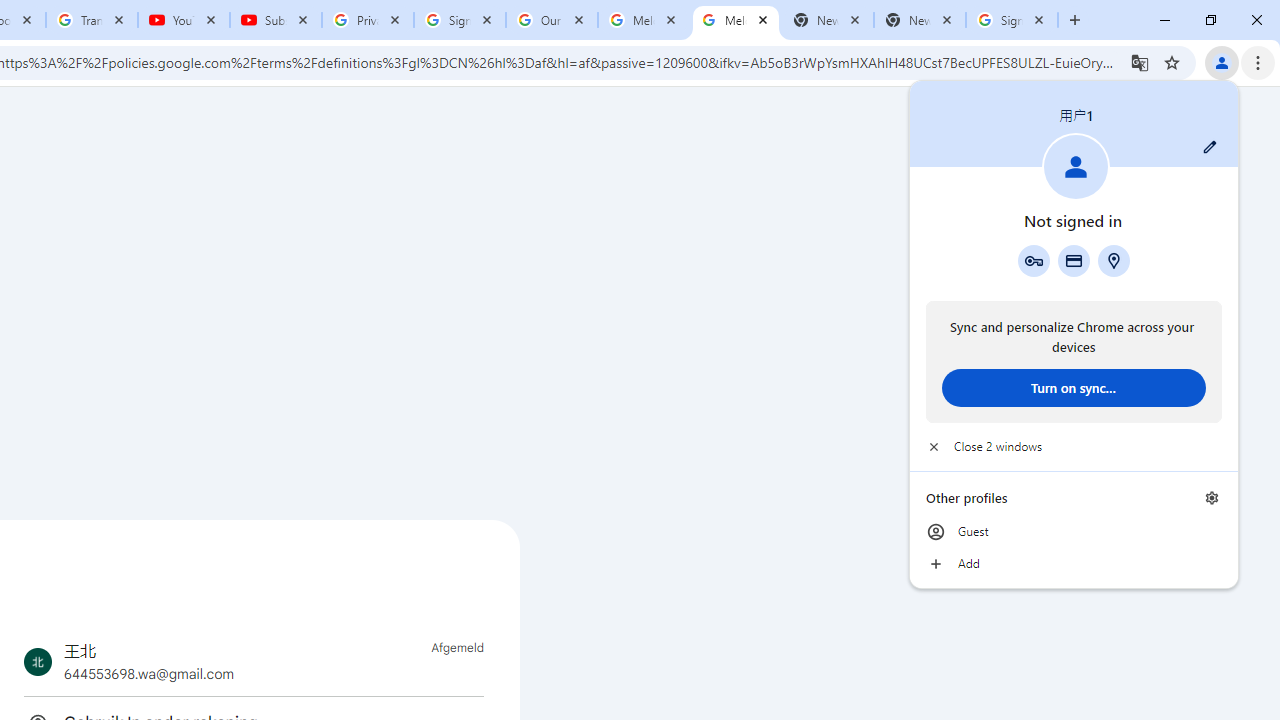 The height and width of the screenshot is (720, 1280). I want to click on 'Customize profile', so click(1209, 146).